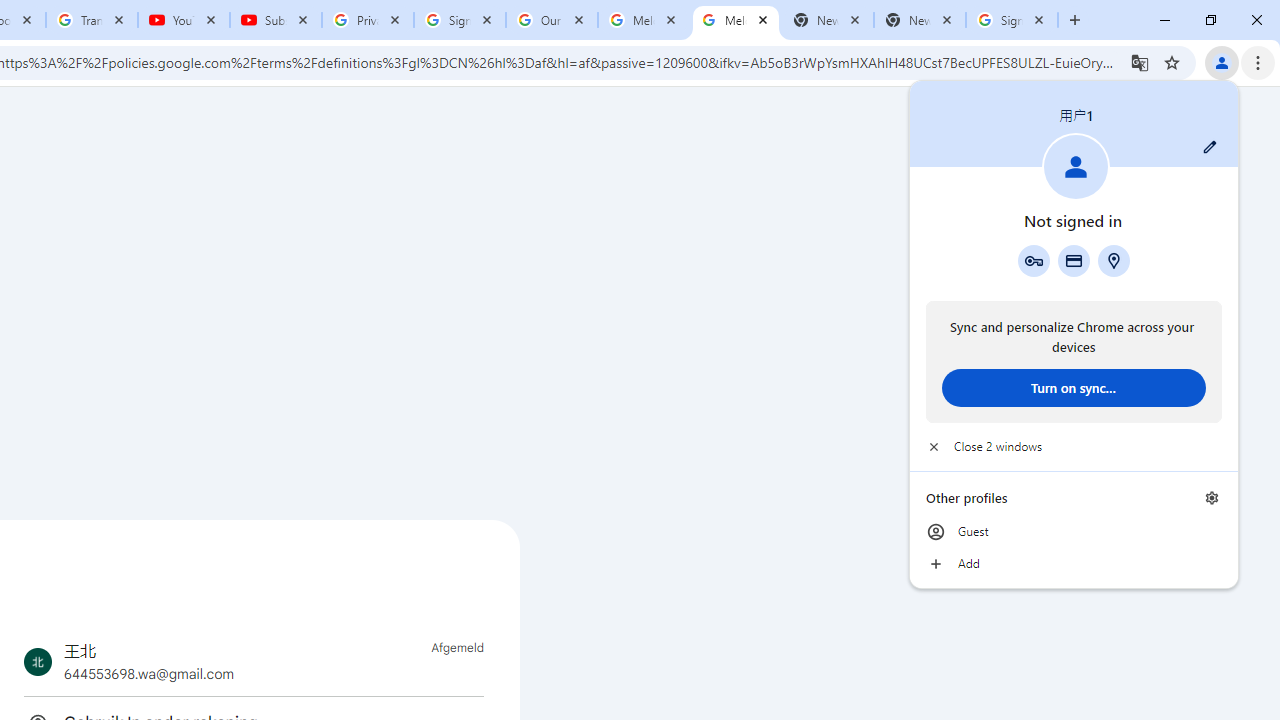 The height and width of the screenshot is (720, 1280). I want to click on 'Customize profile', so click(1209, 146).